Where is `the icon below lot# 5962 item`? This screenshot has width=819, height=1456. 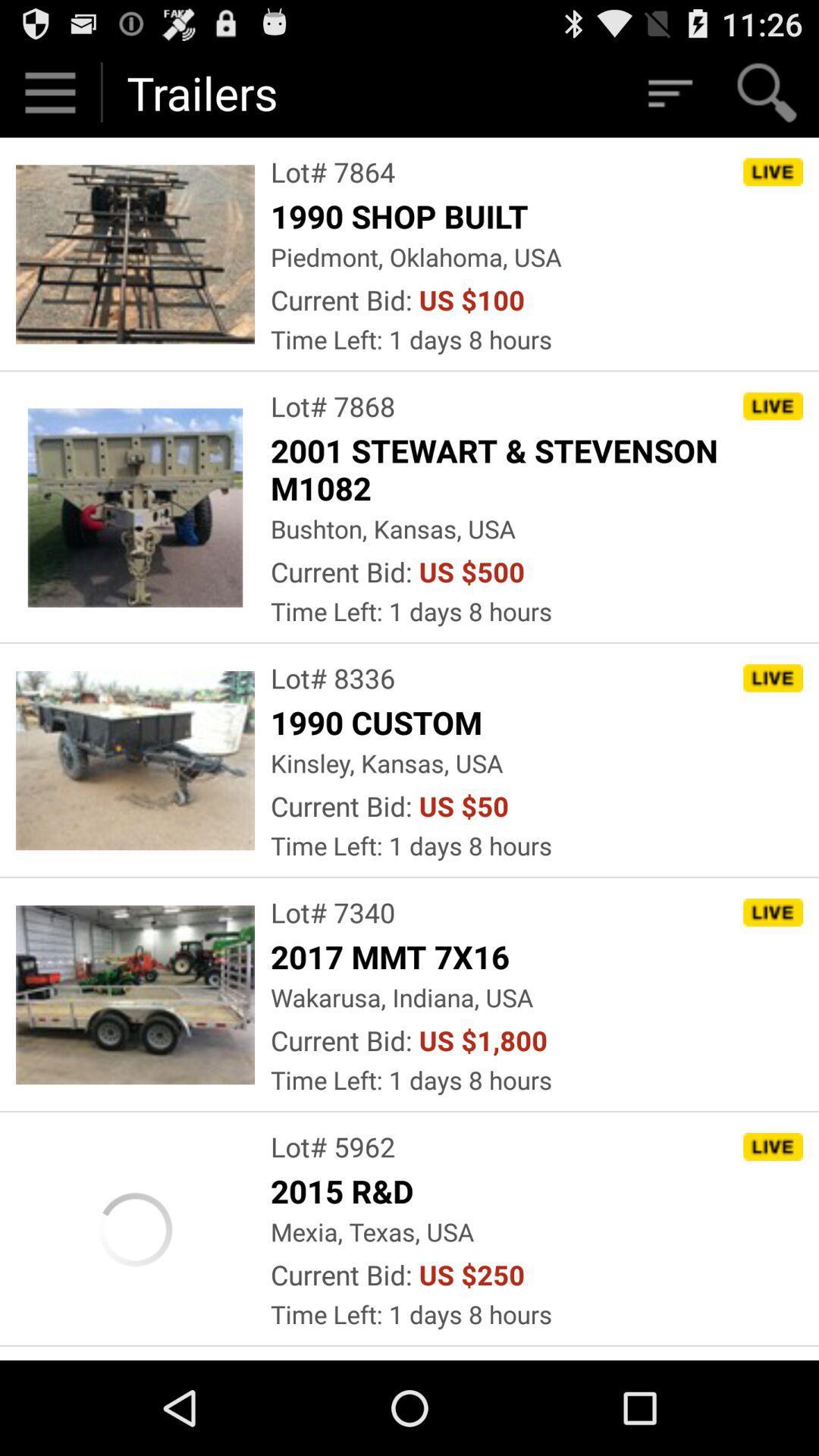
the icon below lot# 5962 item is located at coordinates (346, 1190).